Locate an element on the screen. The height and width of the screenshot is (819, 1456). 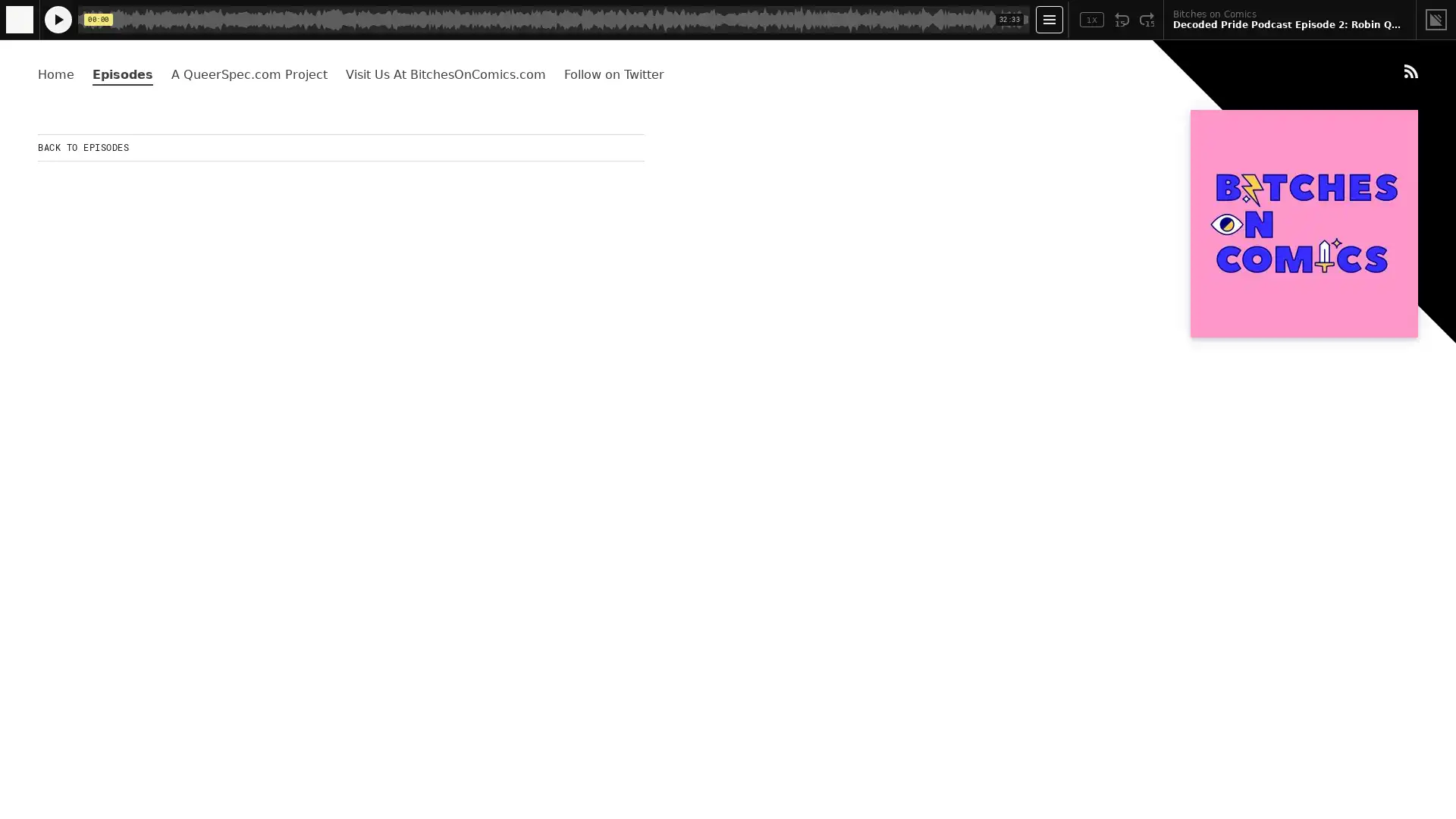
Play is located at coordinates (193, 203).